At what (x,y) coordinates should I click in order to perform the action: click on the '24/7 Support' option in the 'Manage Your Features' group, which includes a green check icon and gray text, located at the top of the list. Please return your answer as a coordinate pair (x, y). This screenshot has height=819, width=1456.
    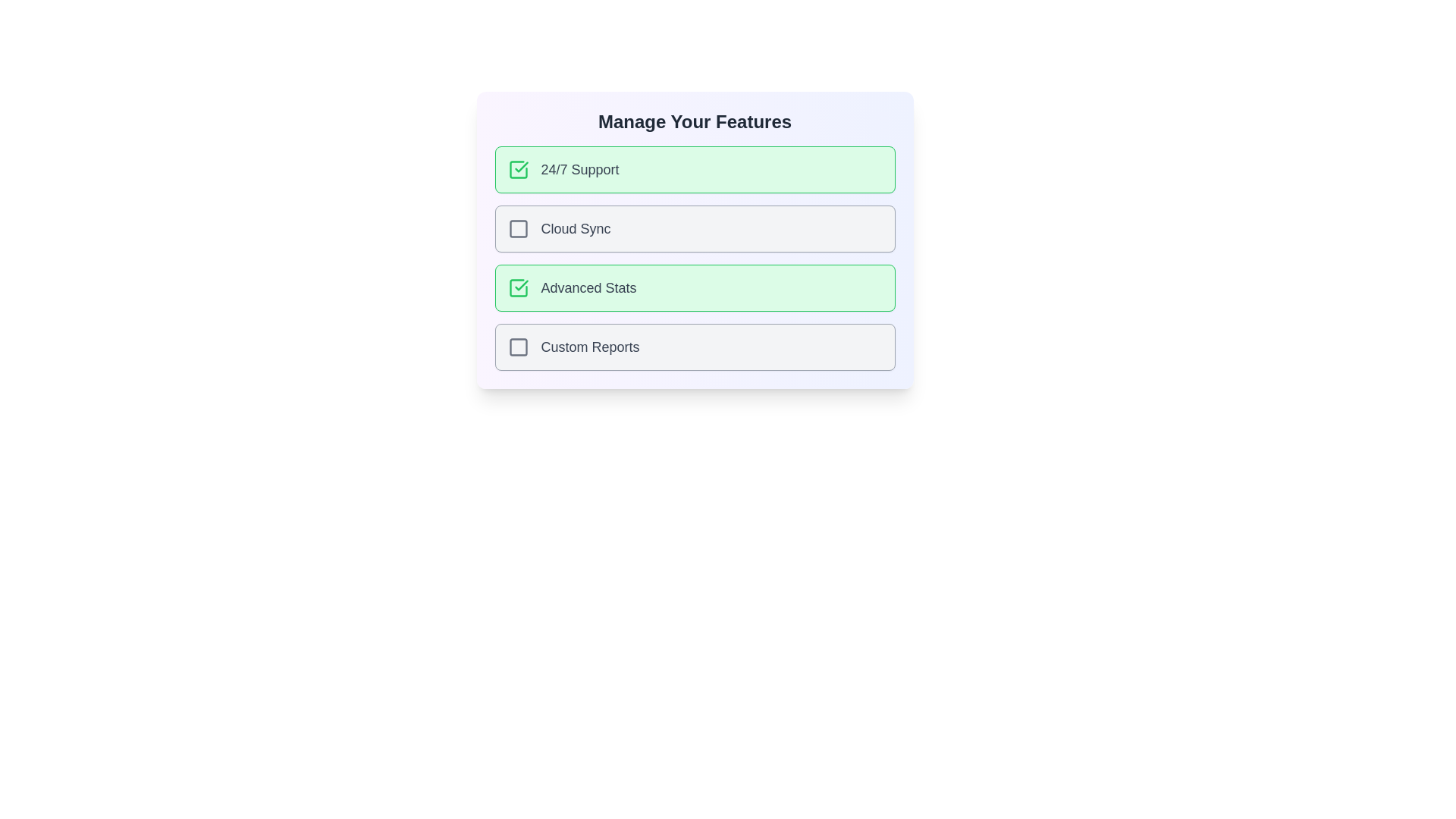
    Looking at the image, I should click on (563, 169).